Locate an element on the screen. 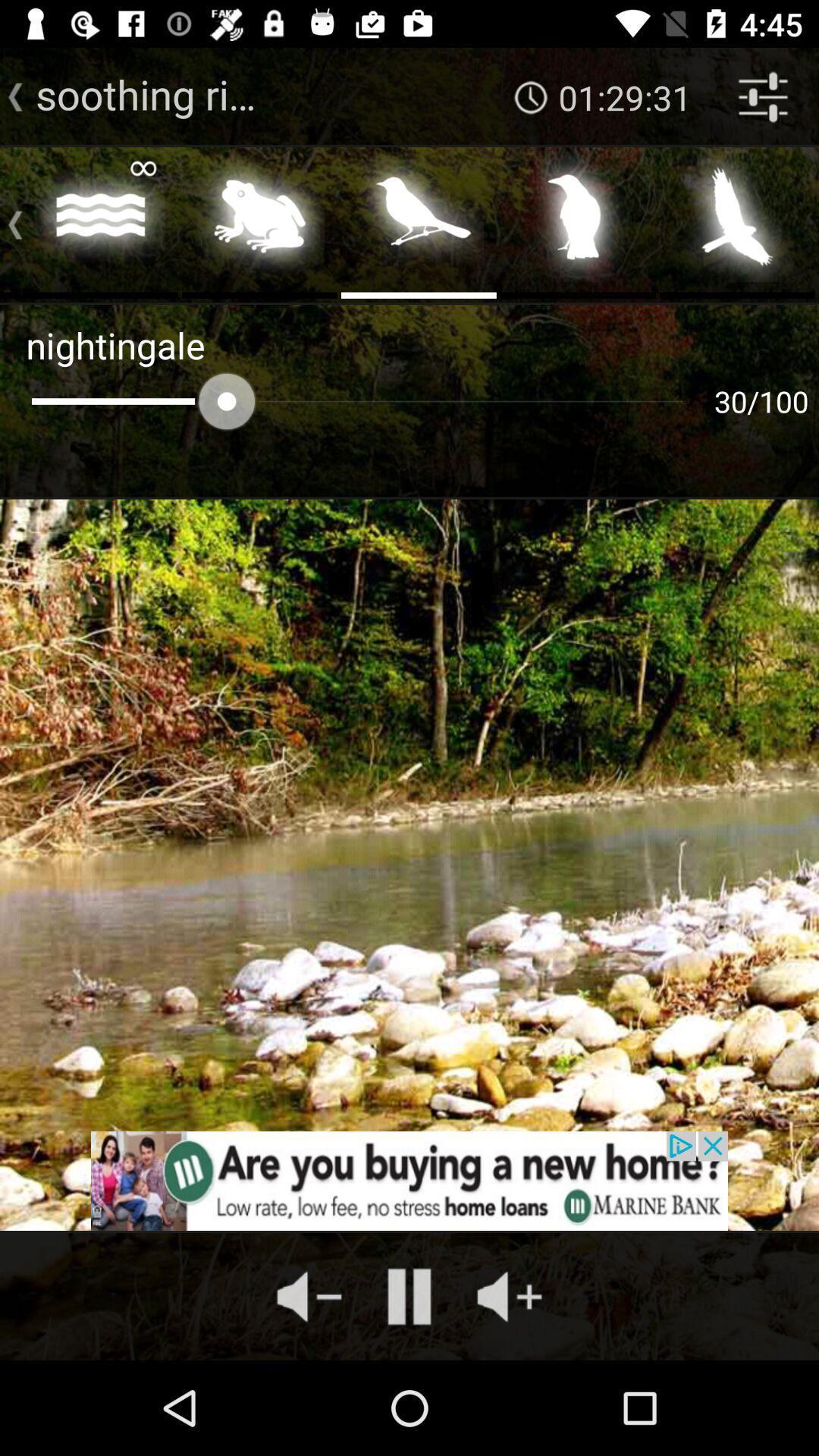  an advertisement is located at coordinates (409, 1180).